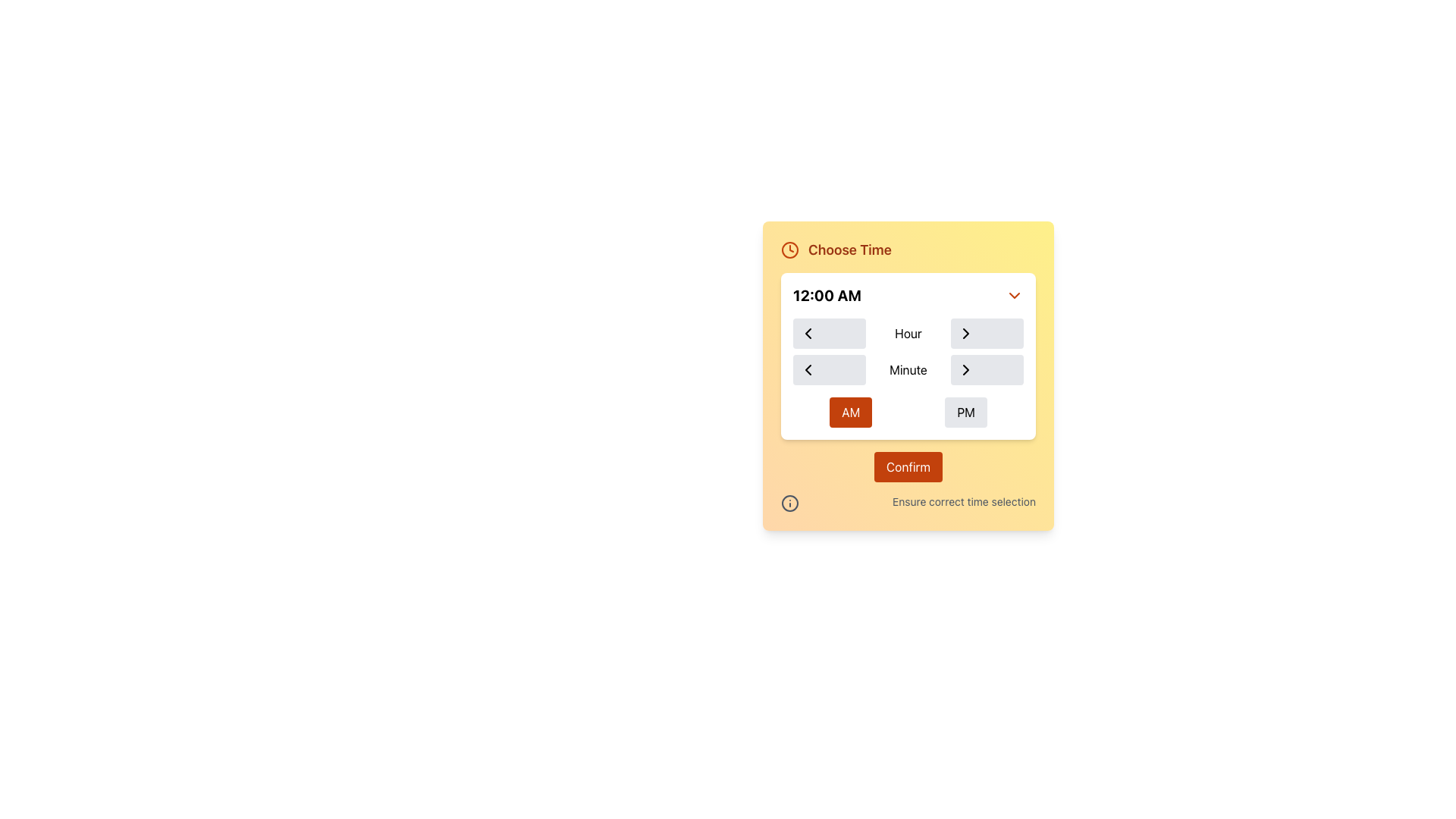 Image resolution: width=1456 pixels, height=819 pixels. What do you see at coordinates (849, 249) in the screenshot?
I see `the 'Choose Time' text label, which is styled in bold serif font and orange color, located next to a clock icon on a light yellow background` at bounding box center [849, 249].